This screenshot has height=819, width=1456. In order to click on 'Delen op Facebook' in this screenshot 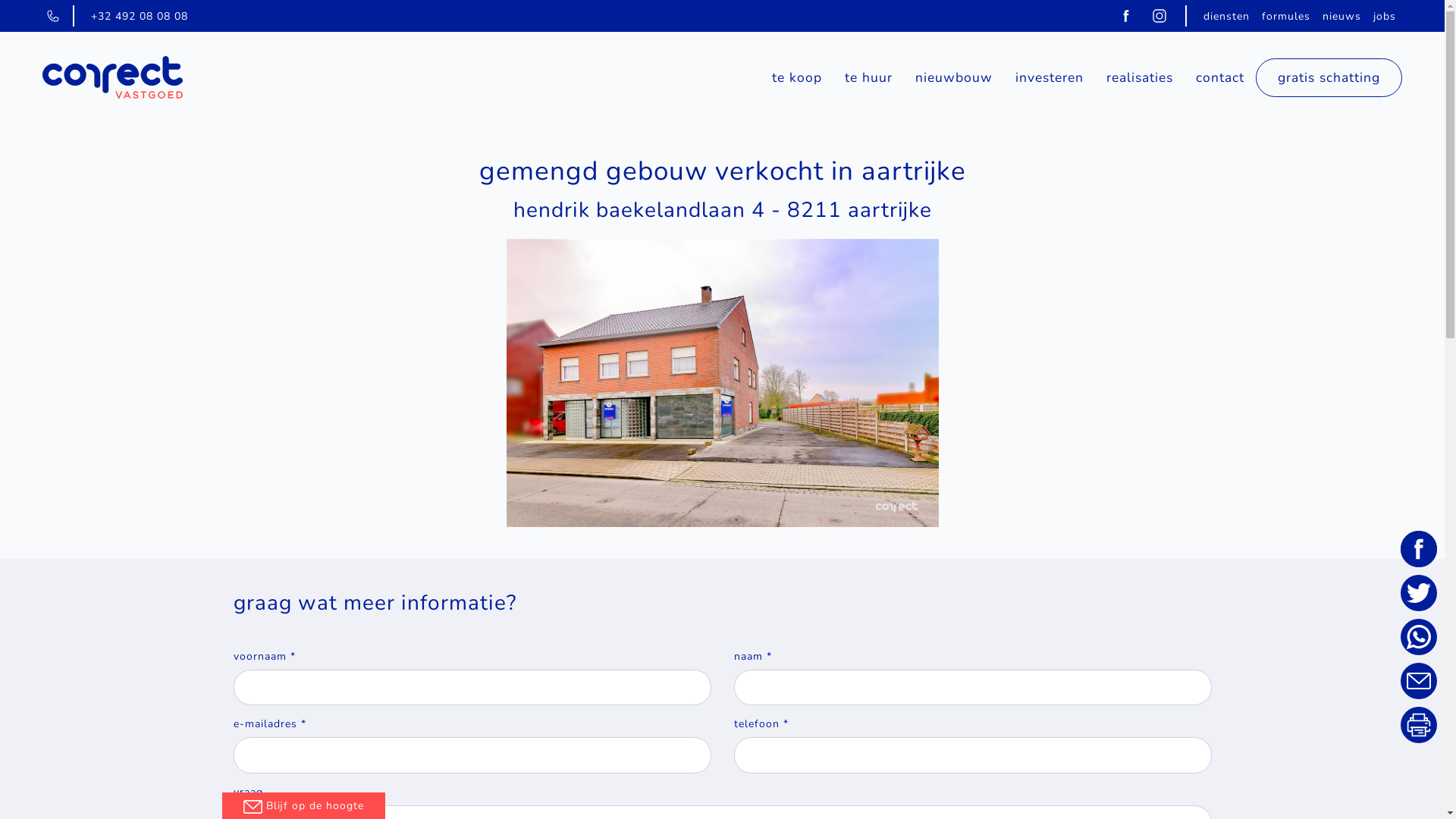, I will do `click(1418, 549)`.